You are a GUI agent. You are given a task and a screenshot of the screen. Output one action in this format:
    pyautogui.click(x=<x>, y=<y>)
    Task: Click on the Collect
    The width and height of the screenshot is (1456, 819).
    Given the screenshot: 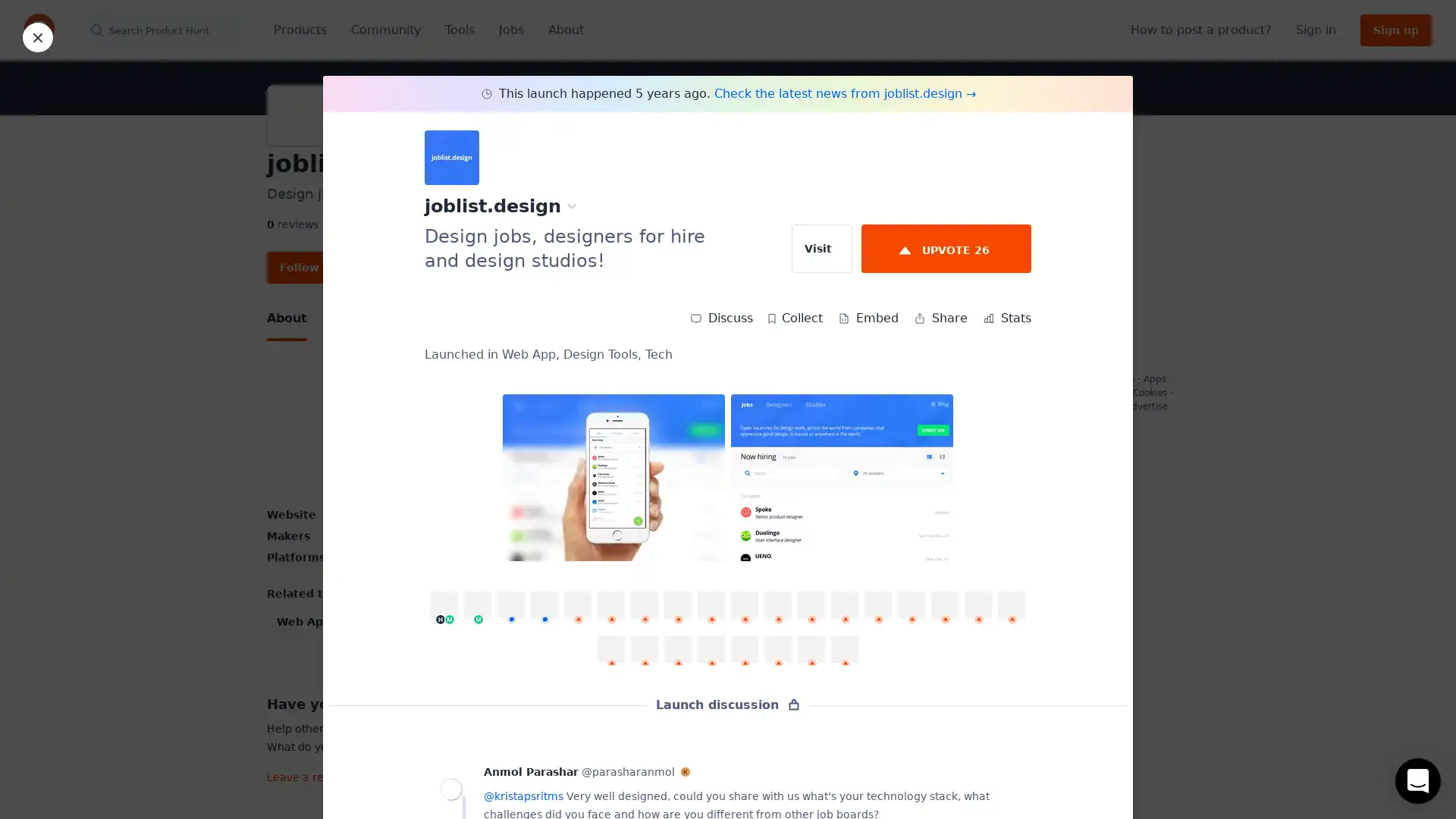 What is the action you would take?
    pyautogui.click(x=795, y=318)
    